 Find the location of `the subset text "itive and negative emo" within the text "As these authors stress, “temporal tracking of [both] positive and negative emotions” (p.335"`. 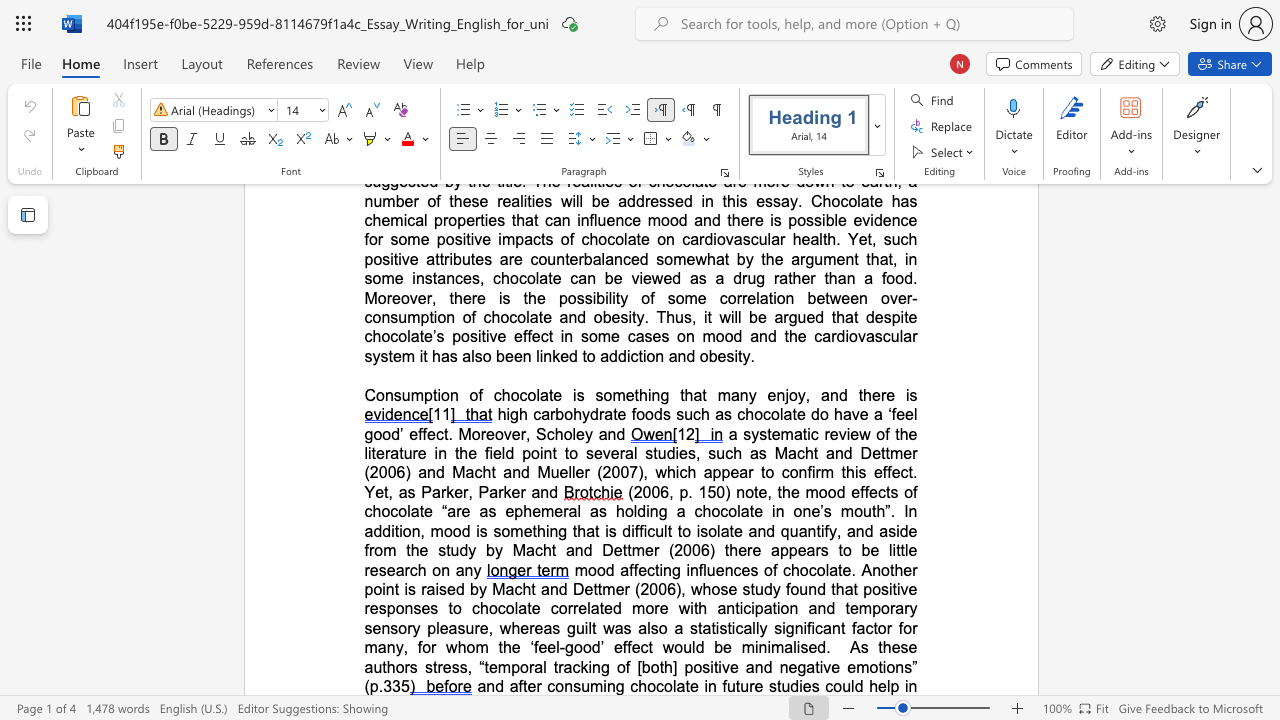

the subset text "itive and negative emo" within the text "As these authors stress, “temporal tracking of [both] positive and negative emotions” (p.335" is located at coordinates (710, 667).